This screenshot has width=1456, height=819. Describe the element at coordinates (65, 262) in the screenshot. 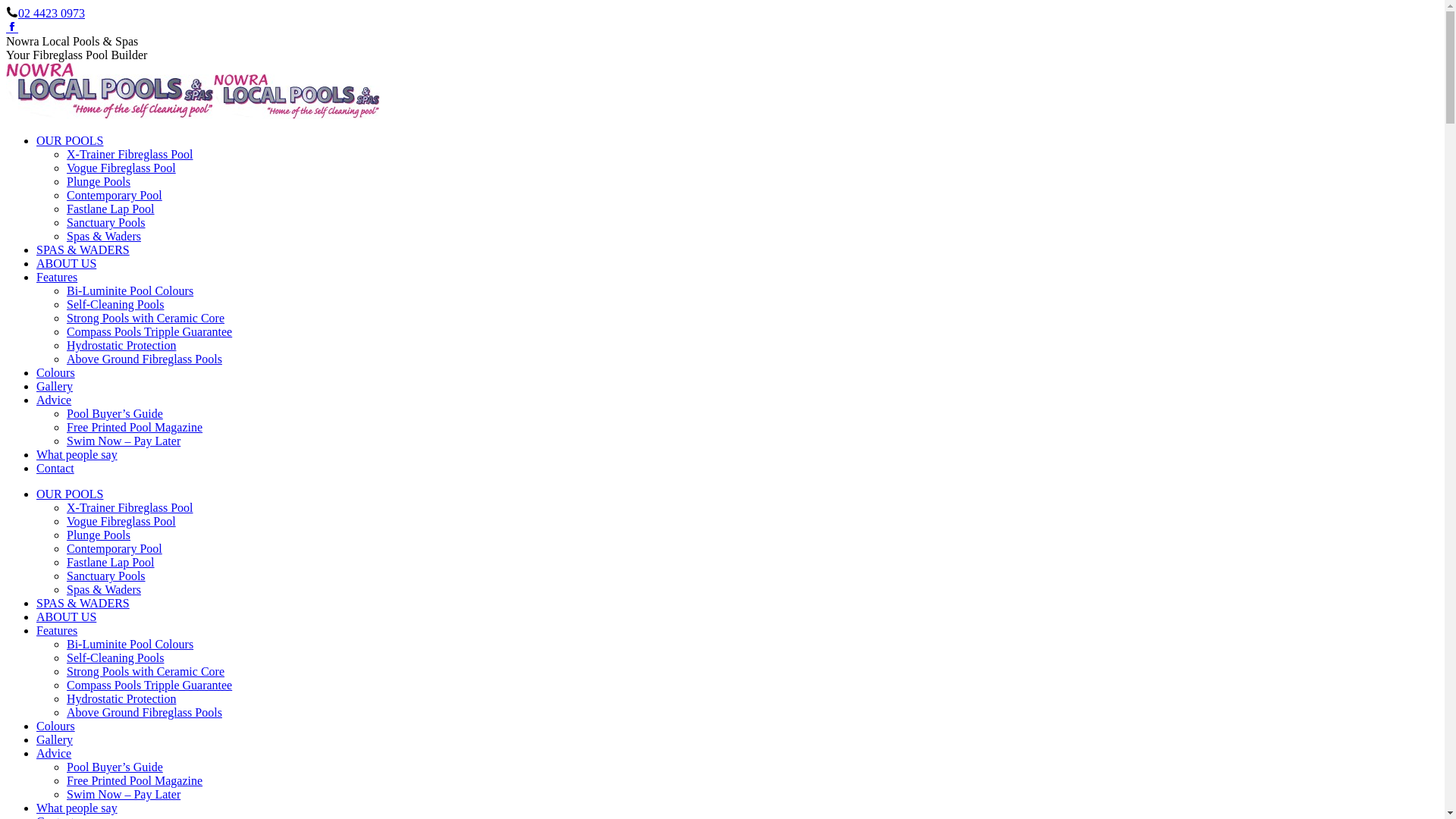

I see `'ABOUT US'` at that location.